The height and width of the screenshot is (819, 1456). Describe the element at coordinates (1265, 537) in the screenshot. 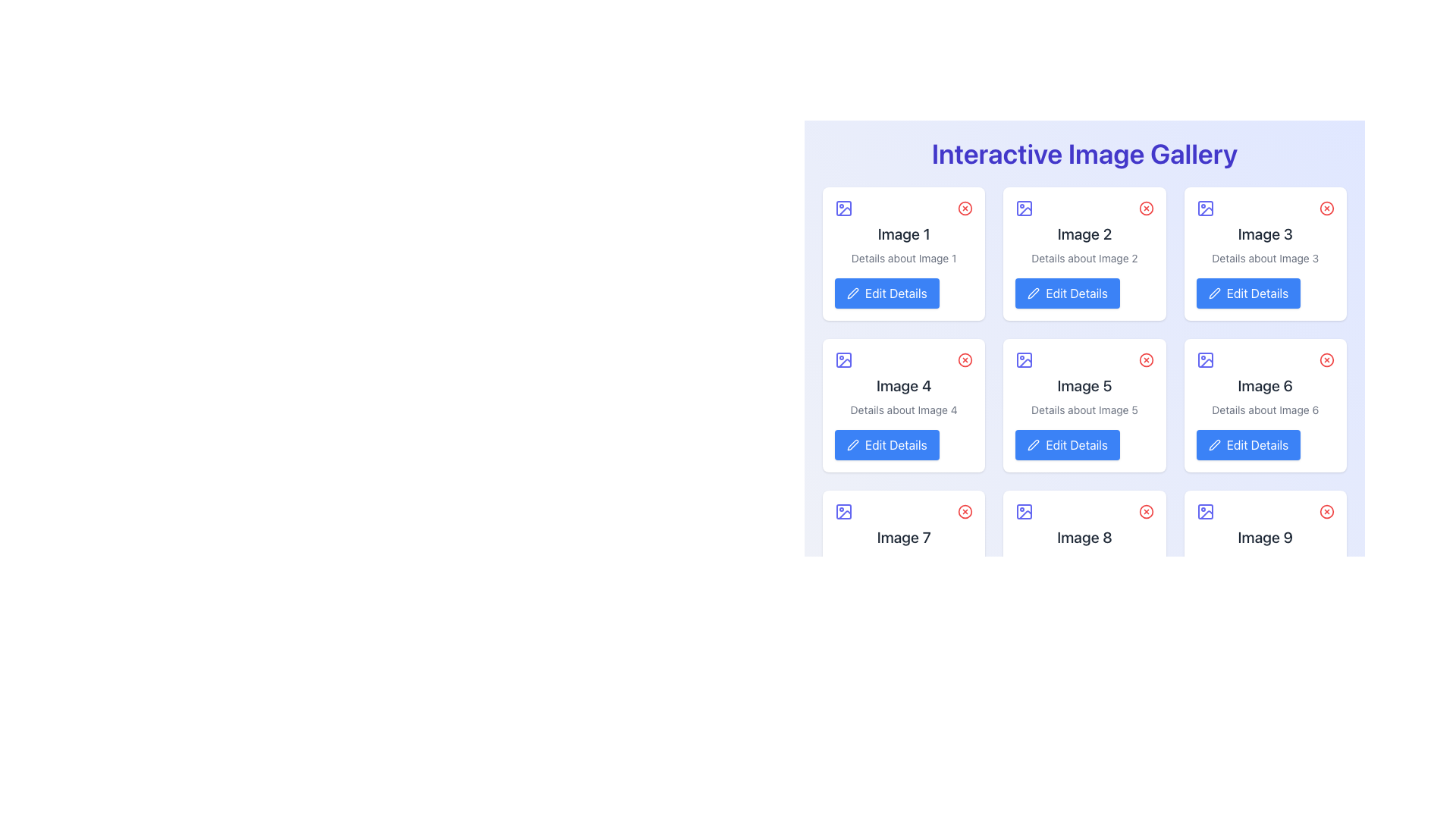

I see `the 'Image 9' text label, which is a large and bold text element located in the ninth card of the 'Interactive Image Gallery'` at that location.